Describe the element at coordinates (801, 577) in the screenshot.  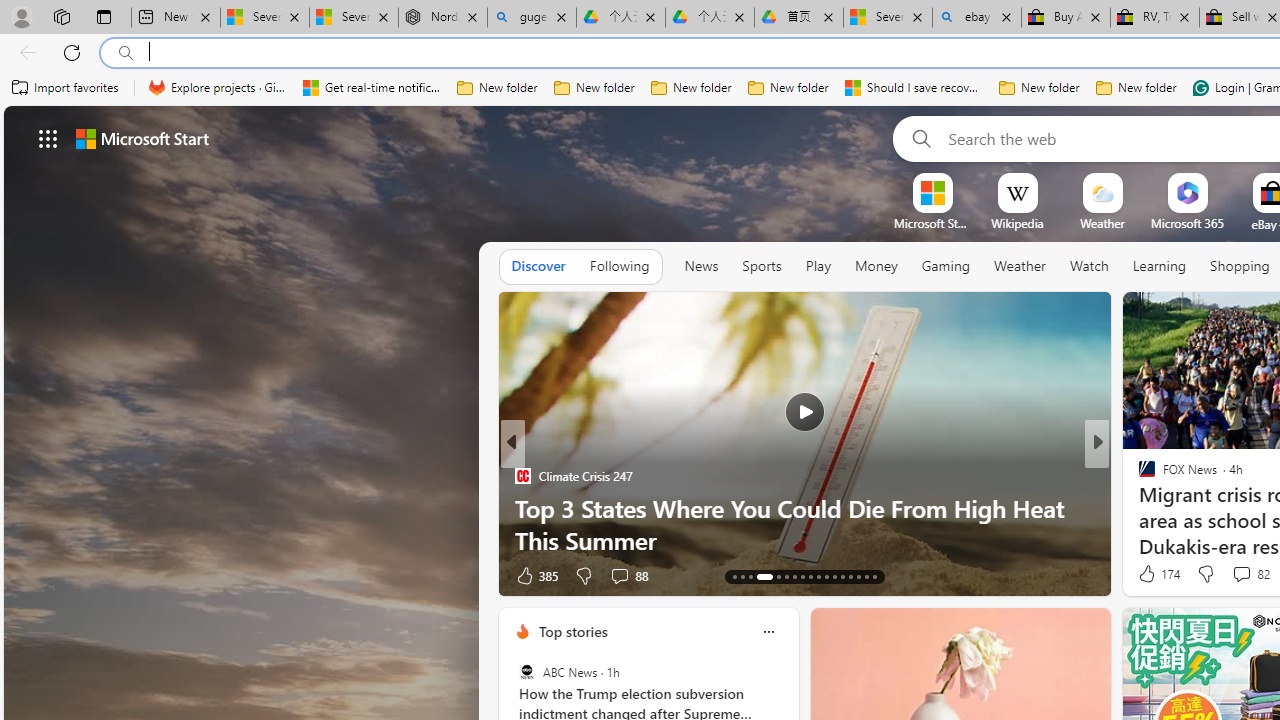
I see `'AutomationID: tab-20'` at that location.